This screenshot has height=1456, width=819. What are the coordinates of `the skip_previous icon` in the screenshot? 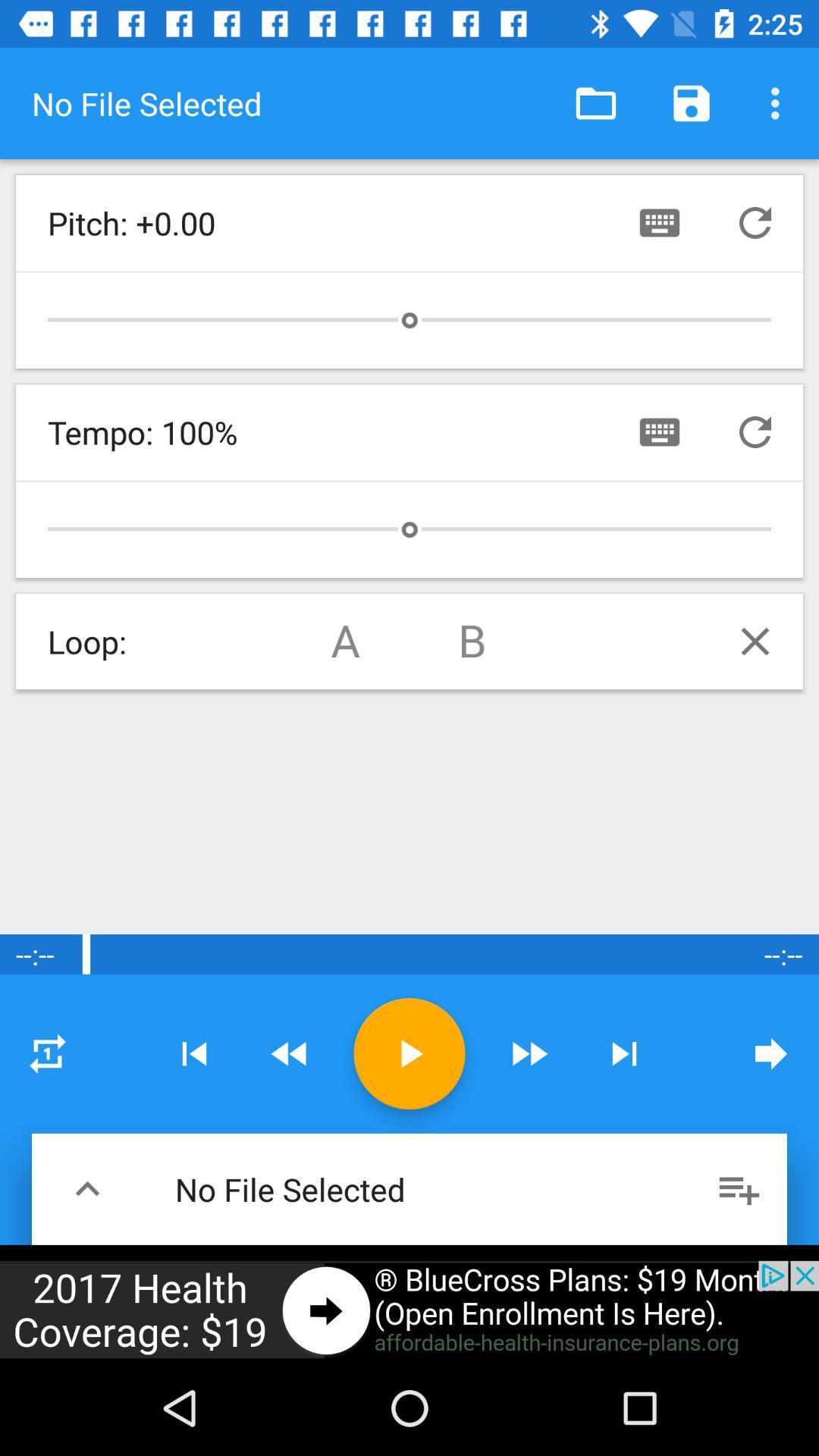 It's located at (193, 1053).